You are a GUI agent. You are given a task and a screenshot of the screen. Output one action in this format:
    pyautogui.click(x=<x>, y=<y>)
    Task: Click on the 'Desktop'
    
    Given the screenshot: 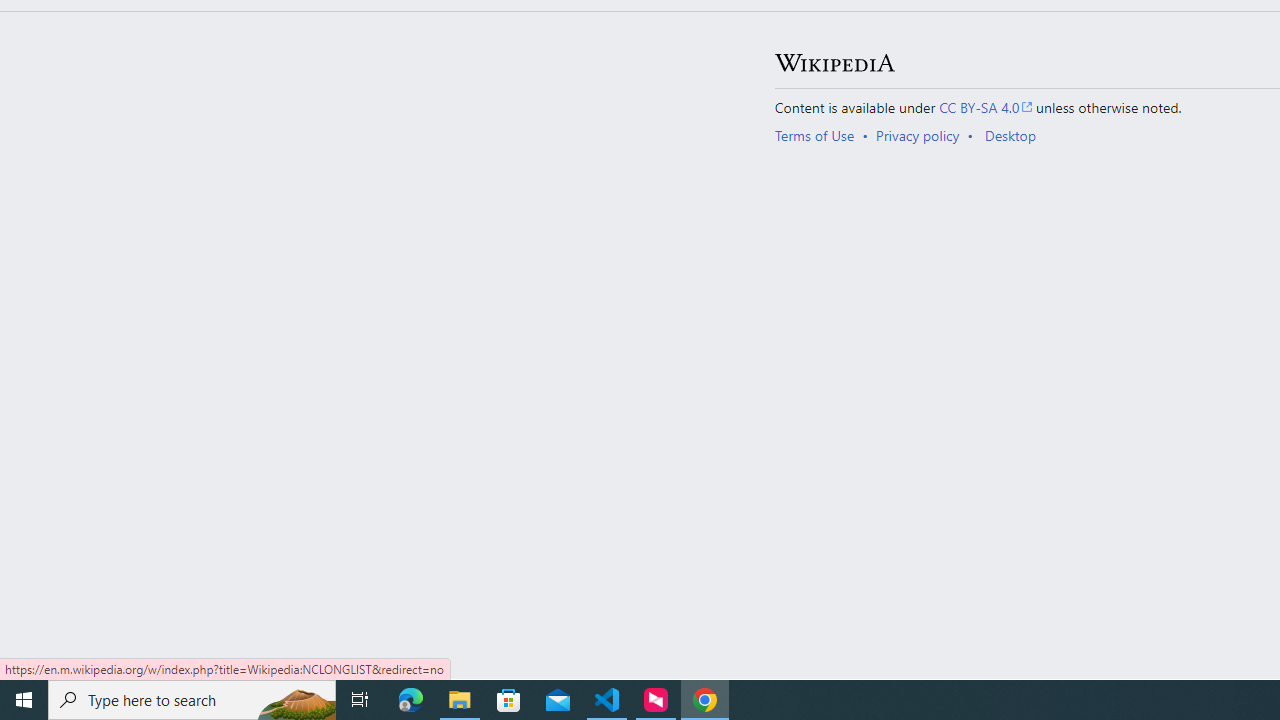 What is the action you would take?
    pyautogui.click(x=1010, y=135)
    